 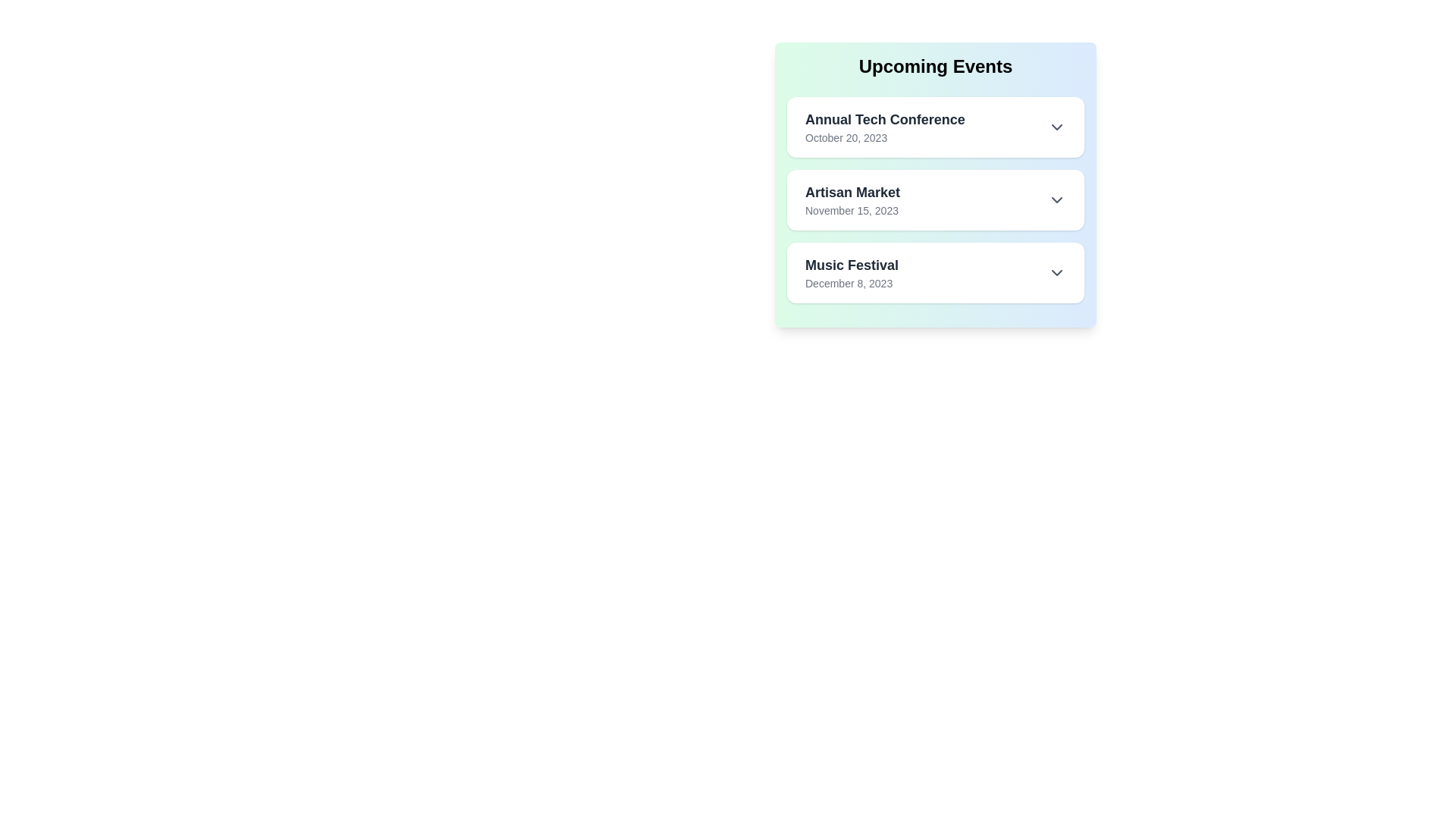 I want to click on the Text element that provides information about the 'Music Festival' event located at the bottom of the 'Upcoming Events' card, so click(x=852, y=271).